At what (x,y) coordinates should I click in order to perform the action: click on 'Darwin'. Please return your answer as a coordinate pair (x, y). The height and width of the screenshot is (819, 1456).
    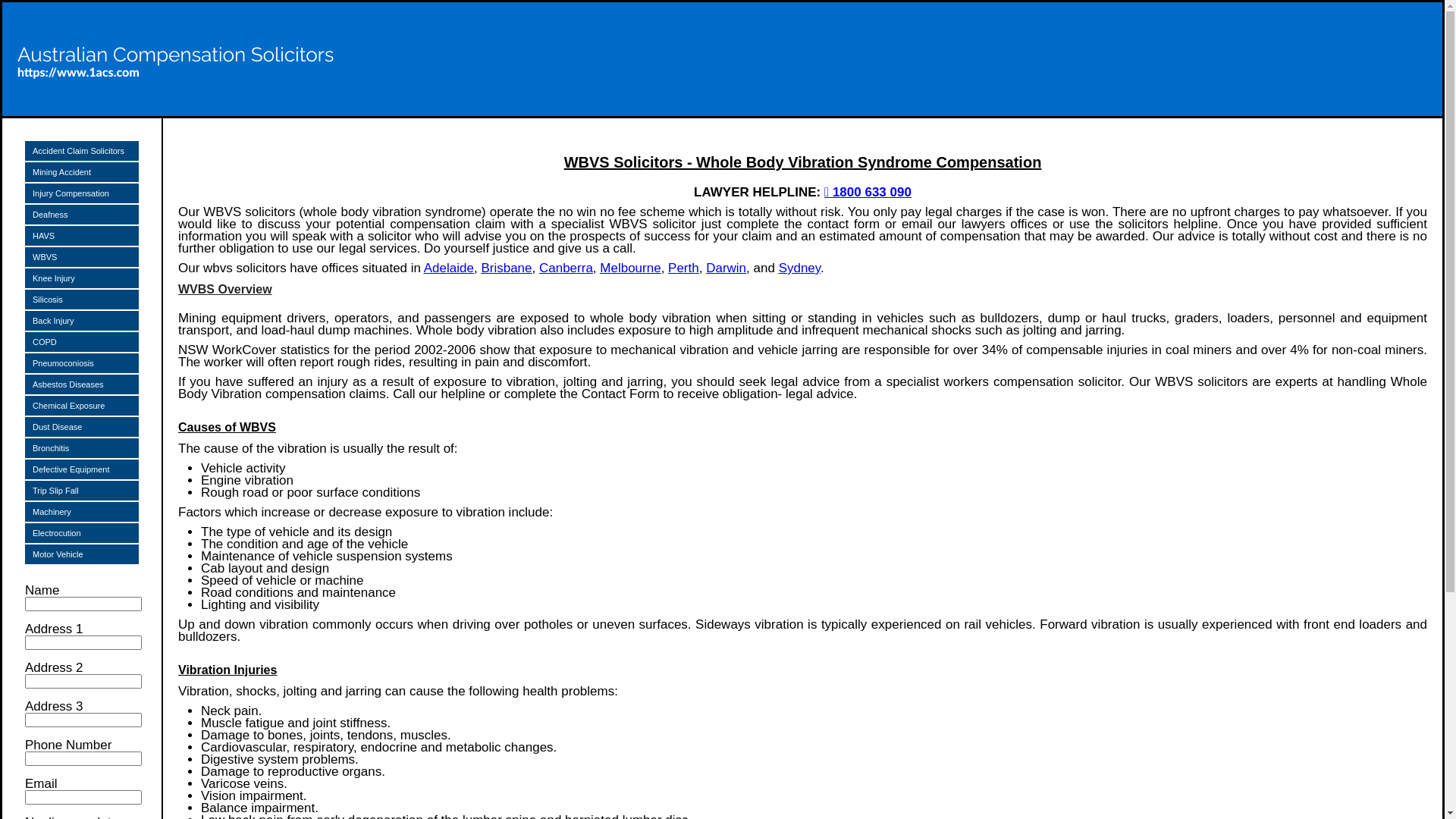
    Looking at the image, I should click on (725, 267).